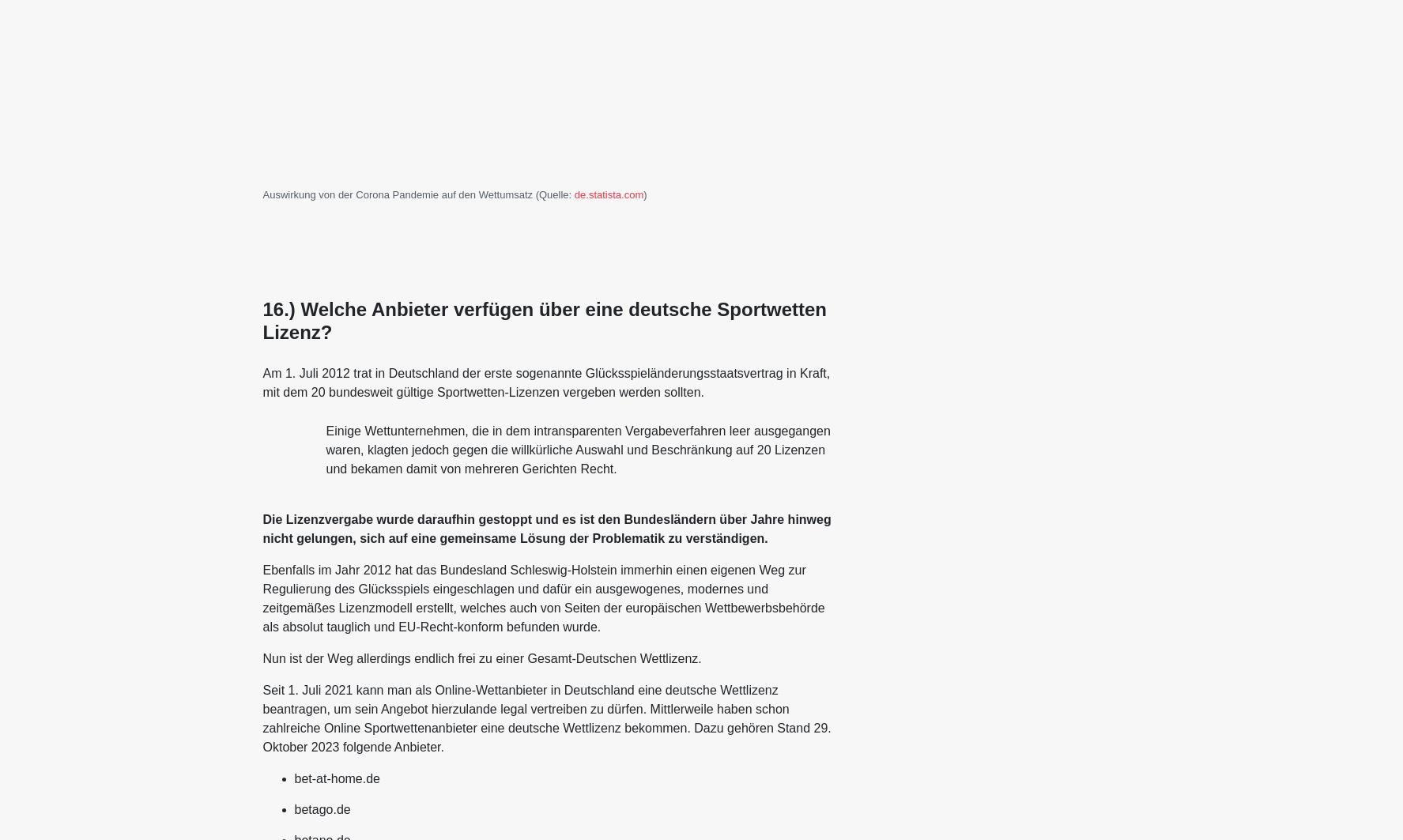 The height and width of the screenshot is (840, 1403). What do you see at coordinates (545, 717) in the screenshot?
I see `'Seit 1. Juli 2021 kann man als Online-Wettanbieter in Deutschland eine deutsche Wettlizenz beantragen, um sein Angebot hierzulande legal vertreiben zu dürfen. Mittlerweile haben schon zahlreiche Online Sportwettenanbieter eine deutsche Wettlizenz bekommen. Dazu gehören Stand 29. Oktober 2023 folgende Anbieter.'` at bounding box center [545, 717].